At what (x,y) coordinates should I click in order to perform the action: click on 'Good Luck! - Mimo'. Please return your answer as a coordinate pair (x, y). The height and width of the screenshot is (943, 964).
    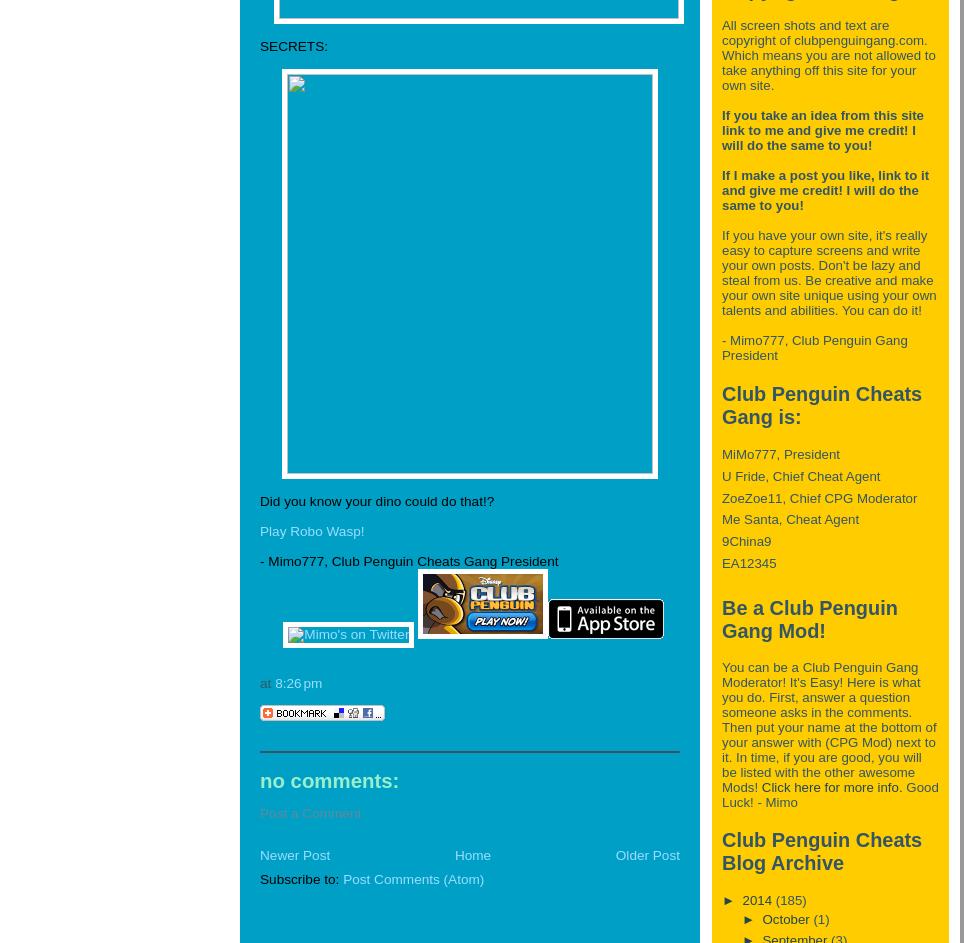
    Looking at the image, I should click on (829, 793).